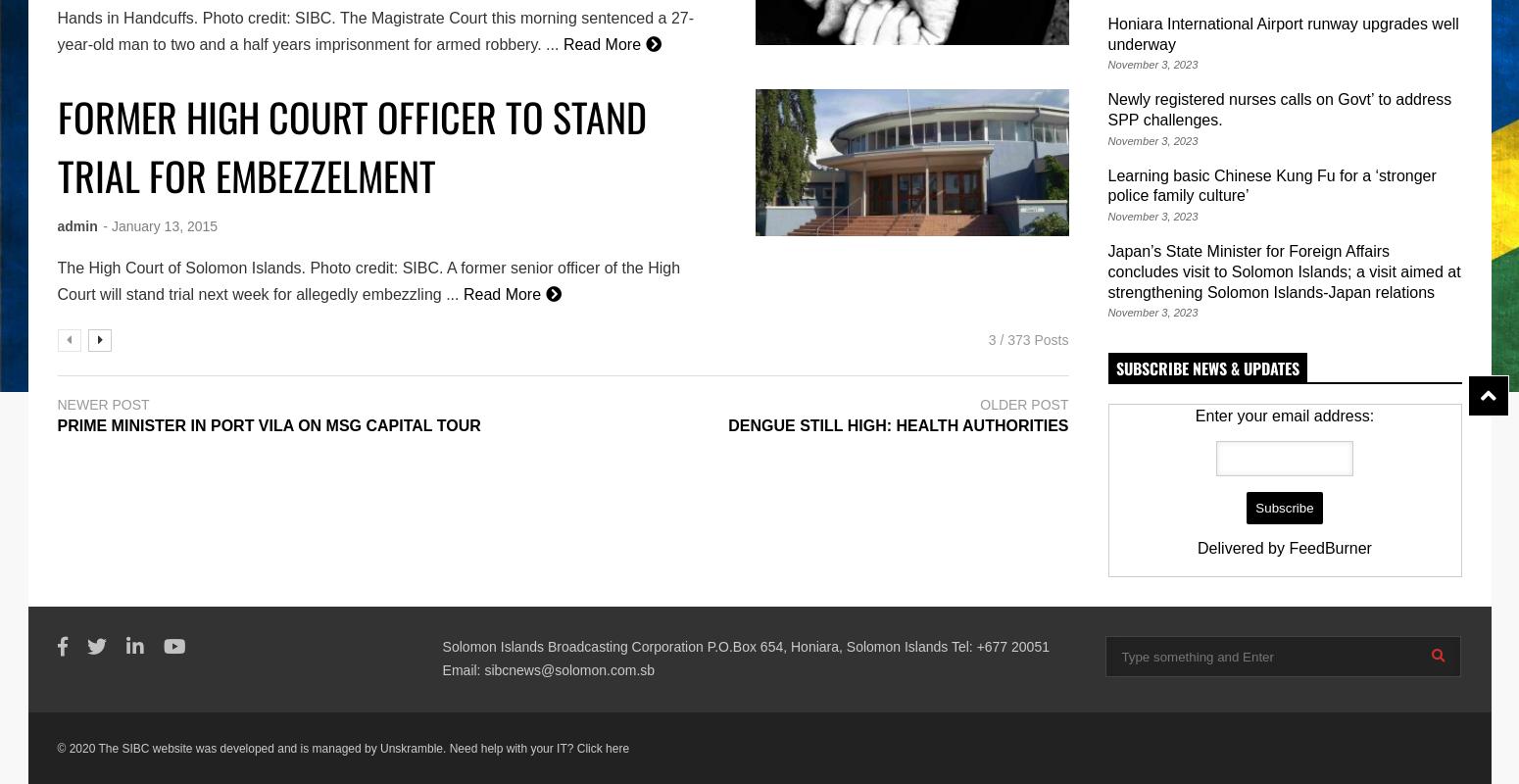 Image resolution: width=1519 pixels, height=784 pixels. What do you see at coordinates (218, 749) in the screenshot?
I see `'© 2020 The SIBC website was developed and is managed by'` at bounding box center [218, 749].